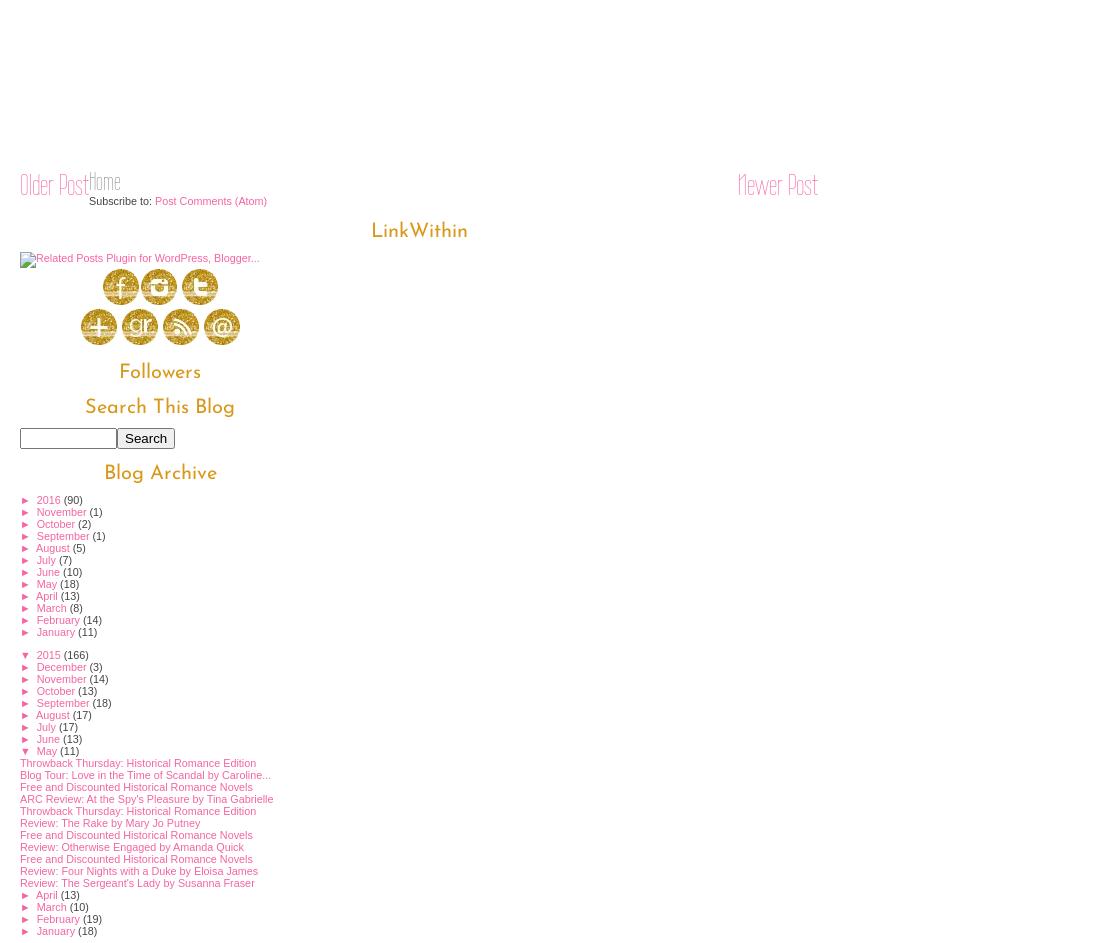 The width and height of the screenshot is (1108, 943). I want to click on 'Older Post', so click(53, 182).